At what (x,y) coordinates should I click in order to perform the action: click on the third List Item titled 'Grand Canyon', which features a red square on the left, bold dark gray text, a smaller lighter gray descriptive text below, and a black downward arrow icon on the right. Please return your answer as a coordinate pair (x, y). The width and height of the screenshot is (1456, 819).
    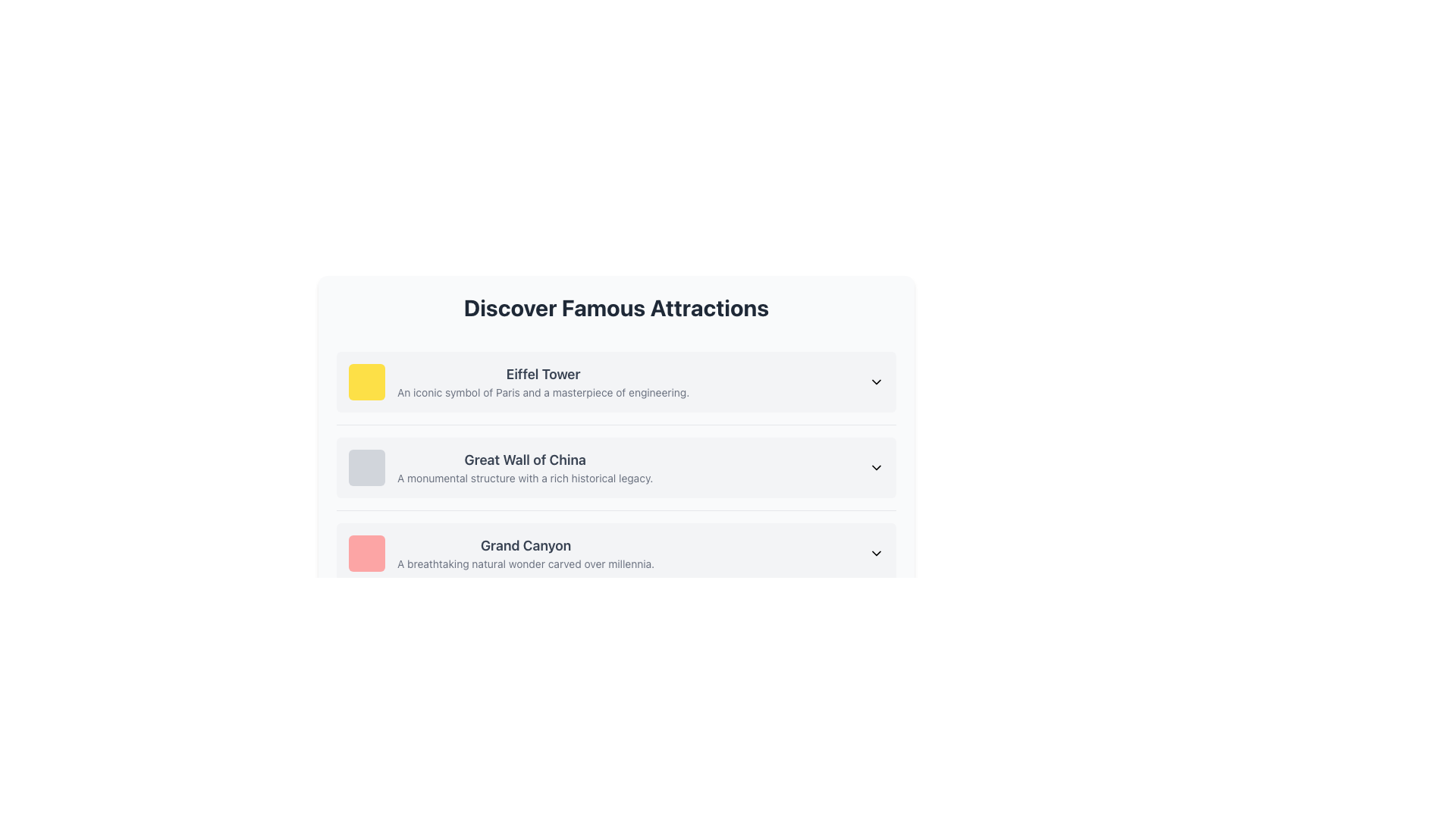
    Looking at the image, I should click on (616, 553).